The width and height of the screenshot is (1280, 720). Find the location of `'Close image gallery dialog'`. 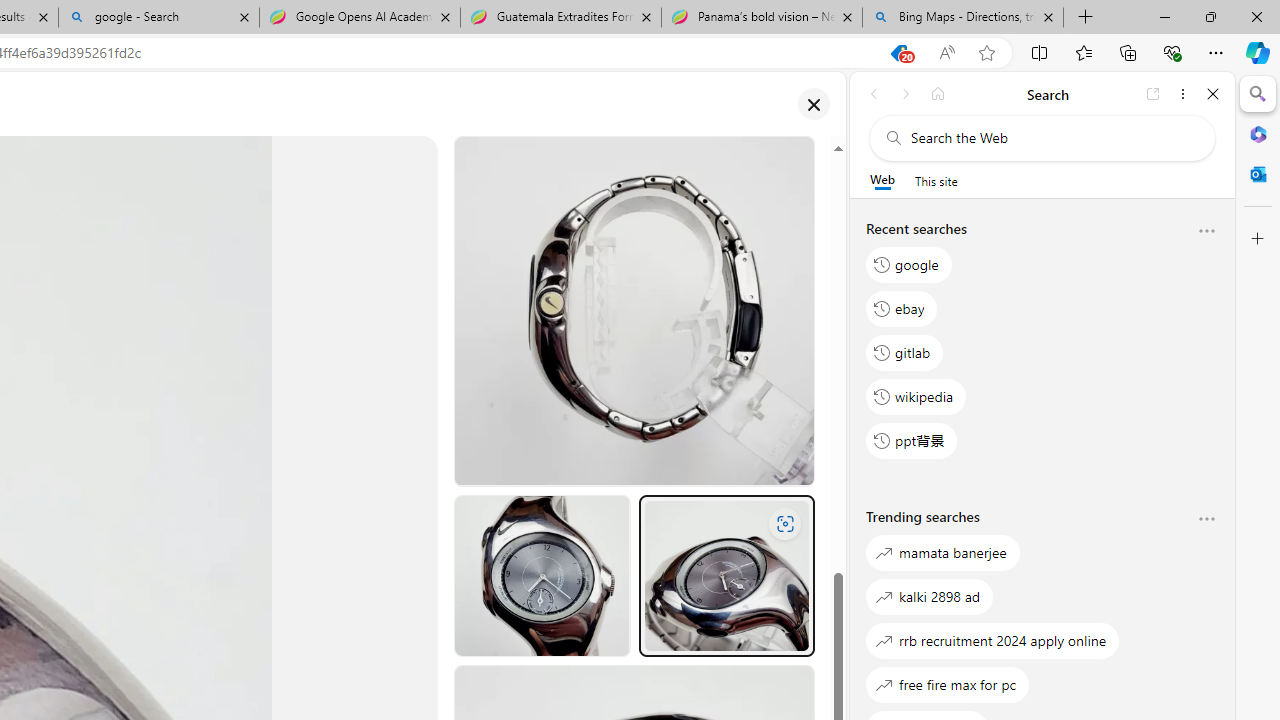

'Close image gallery dialog' is located at coordinates (813, 104).